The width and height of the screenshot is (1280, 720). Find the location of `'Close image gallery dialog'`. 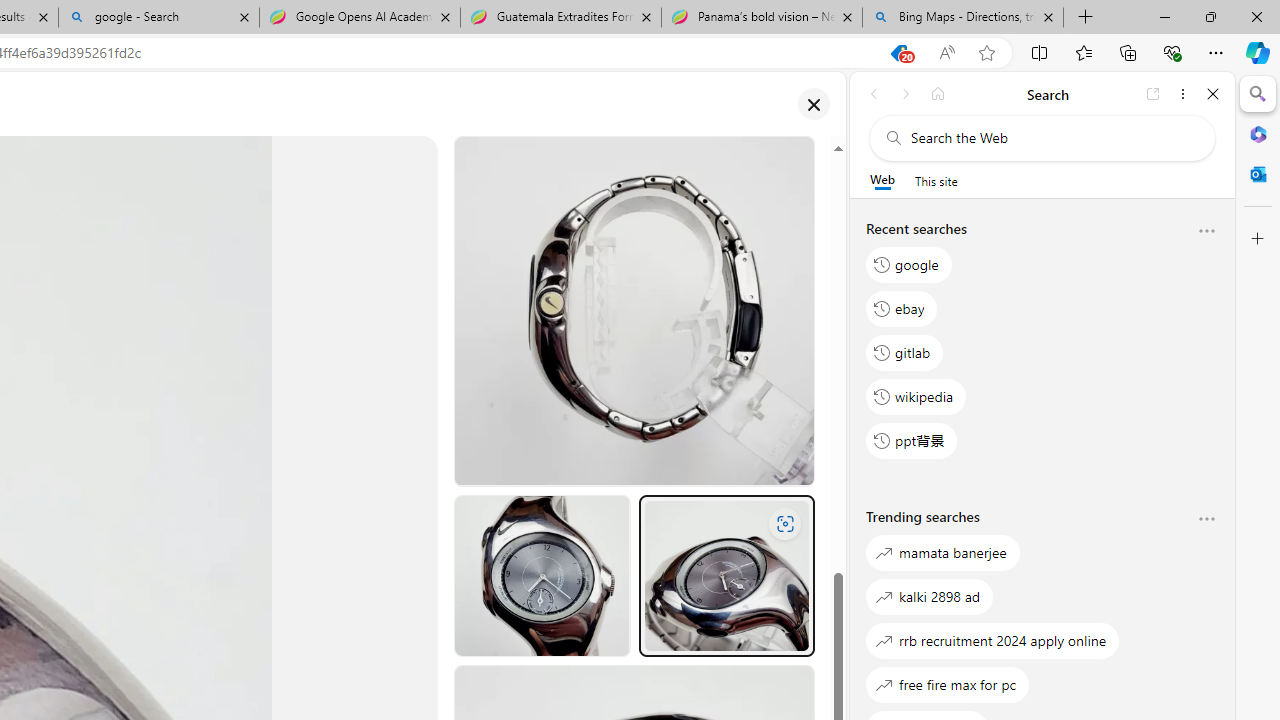

'Close image gallery dialog' is located at coordinates (813, 104).